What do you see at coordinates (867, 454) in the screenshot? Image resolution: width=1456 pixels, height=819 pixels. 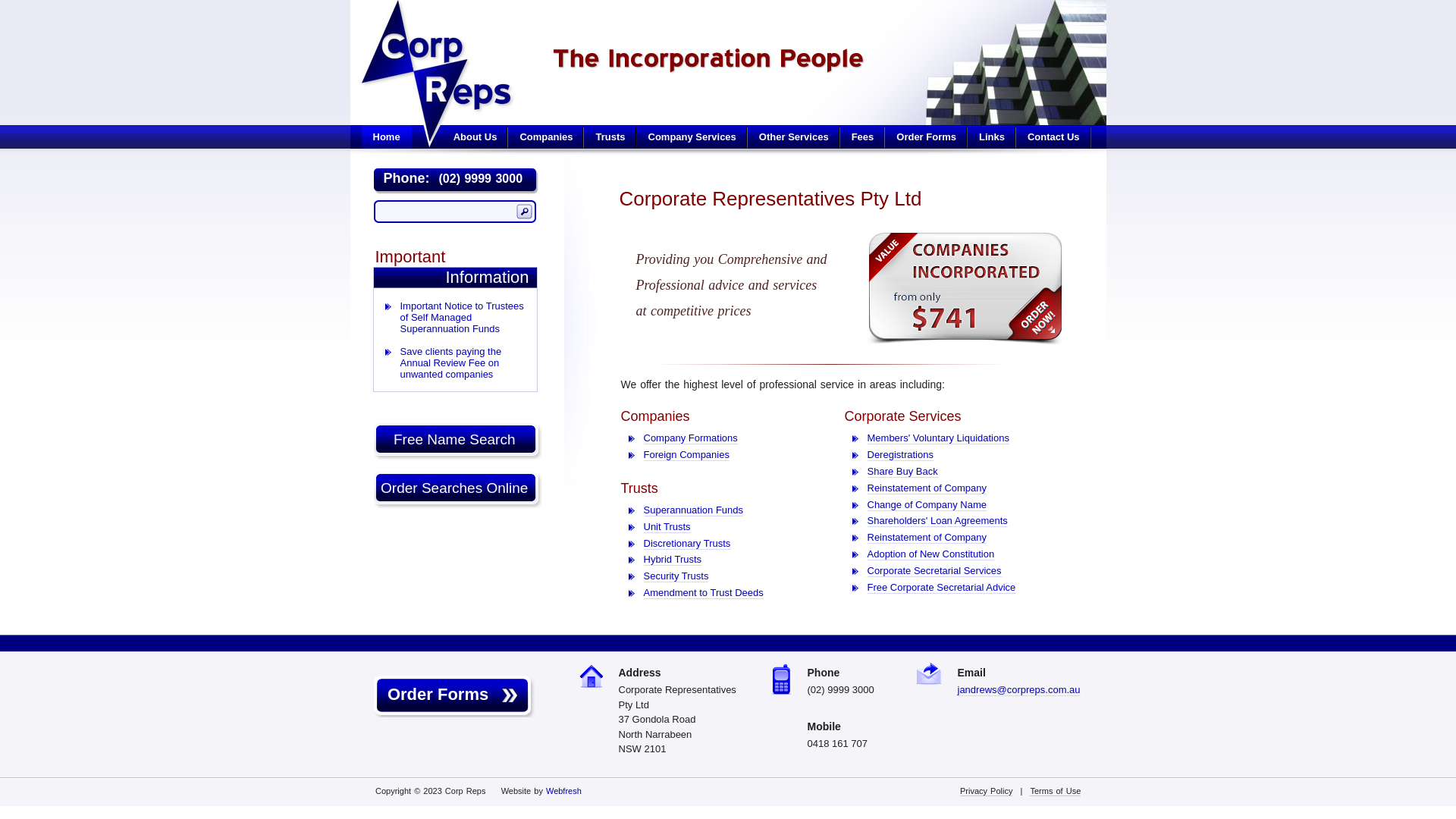 I see `'Deregistrations'` at bounding box center [867, 454].